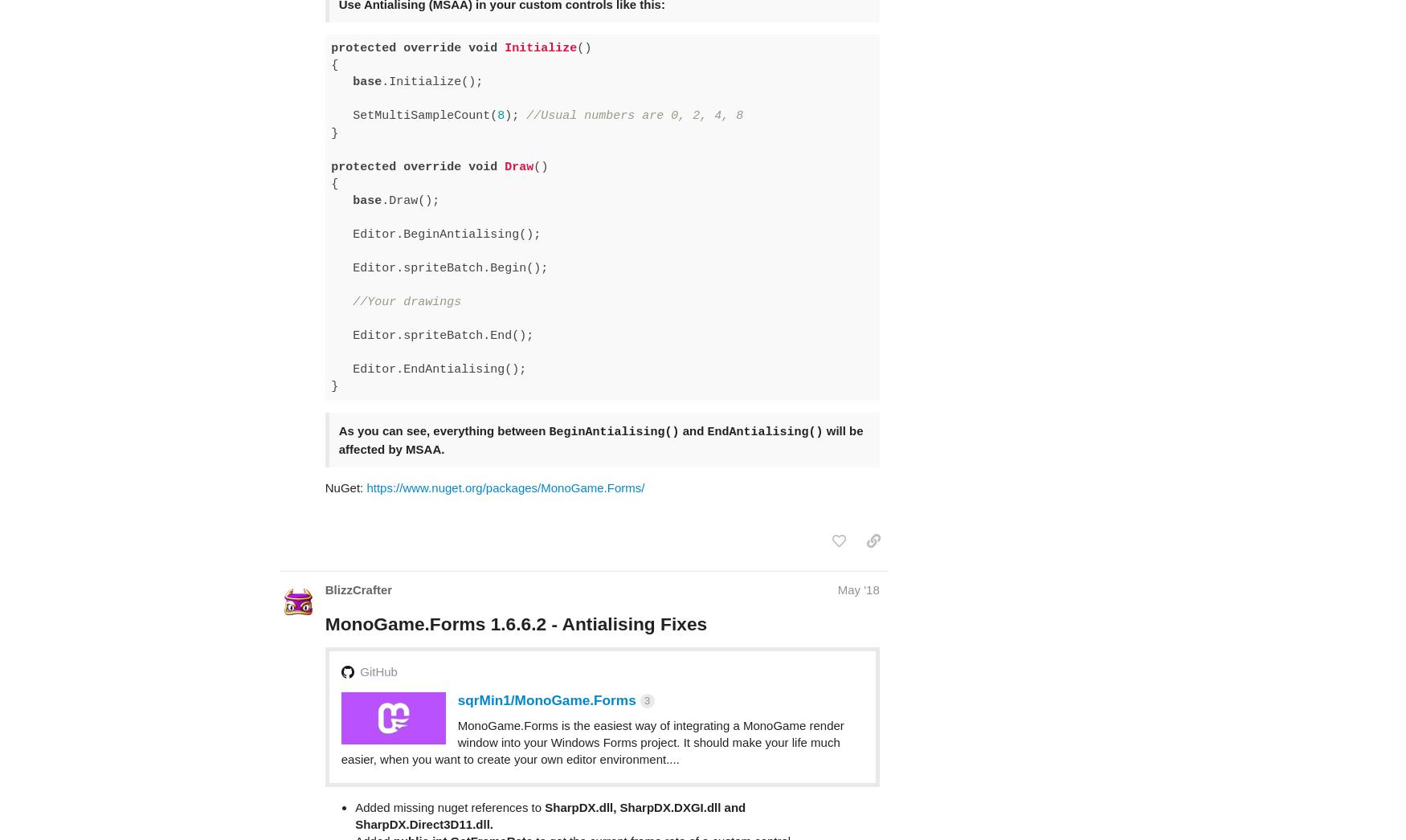 This screenshot has height=840, width=1406. I want to click on 'BlizzCrafter', so click(358, 526).